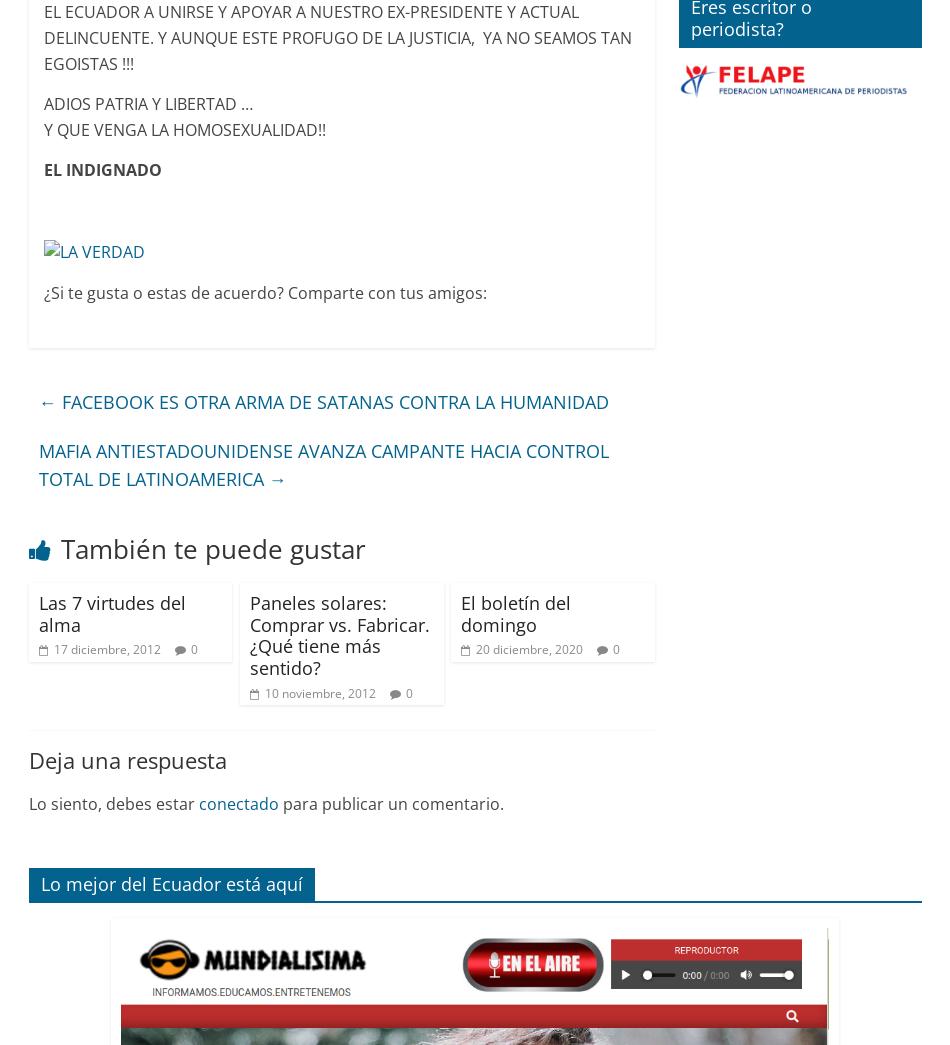  I want to click on 'MAFIA ANTIESTADOUNIDENSE AVANZA CAMPANTE HACIA CONTROL TOTAL DE LATINOAMERICA', so click(322, 464).